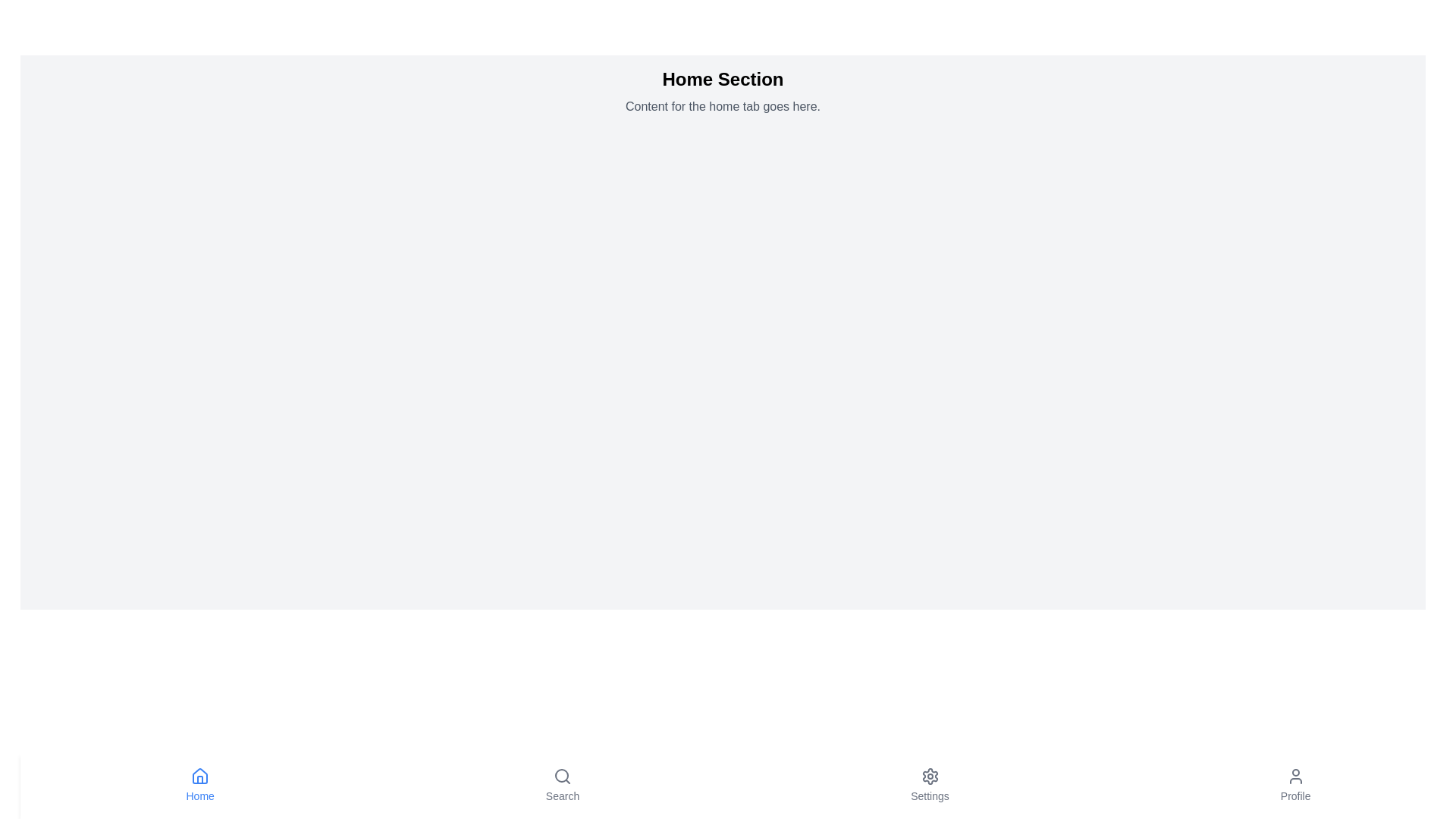 The height and width of the screenshot is (819, 1456). Describe the element at coordinates (929, 776) in the screenshot. I see `the settings icon located at the far right end of the bottom navigation bar` at that location.